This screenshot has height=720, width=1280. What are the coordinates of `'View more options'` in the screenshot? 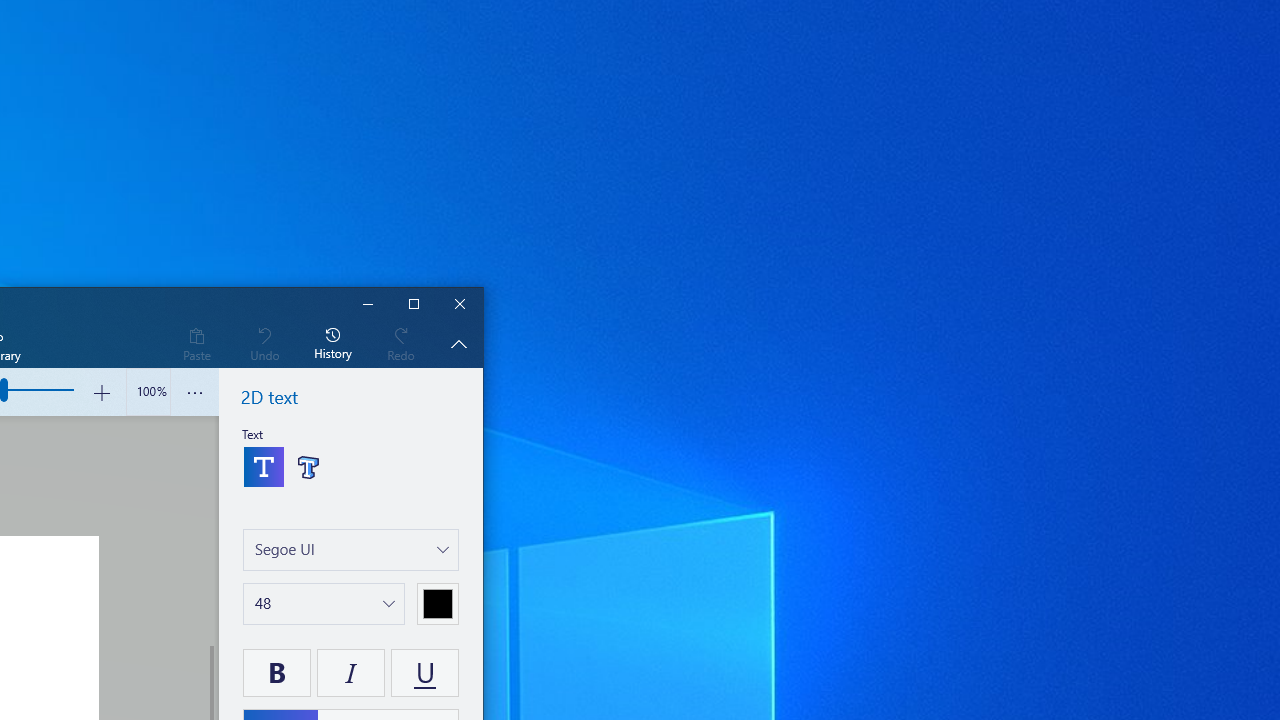 It's located at (195, 392).